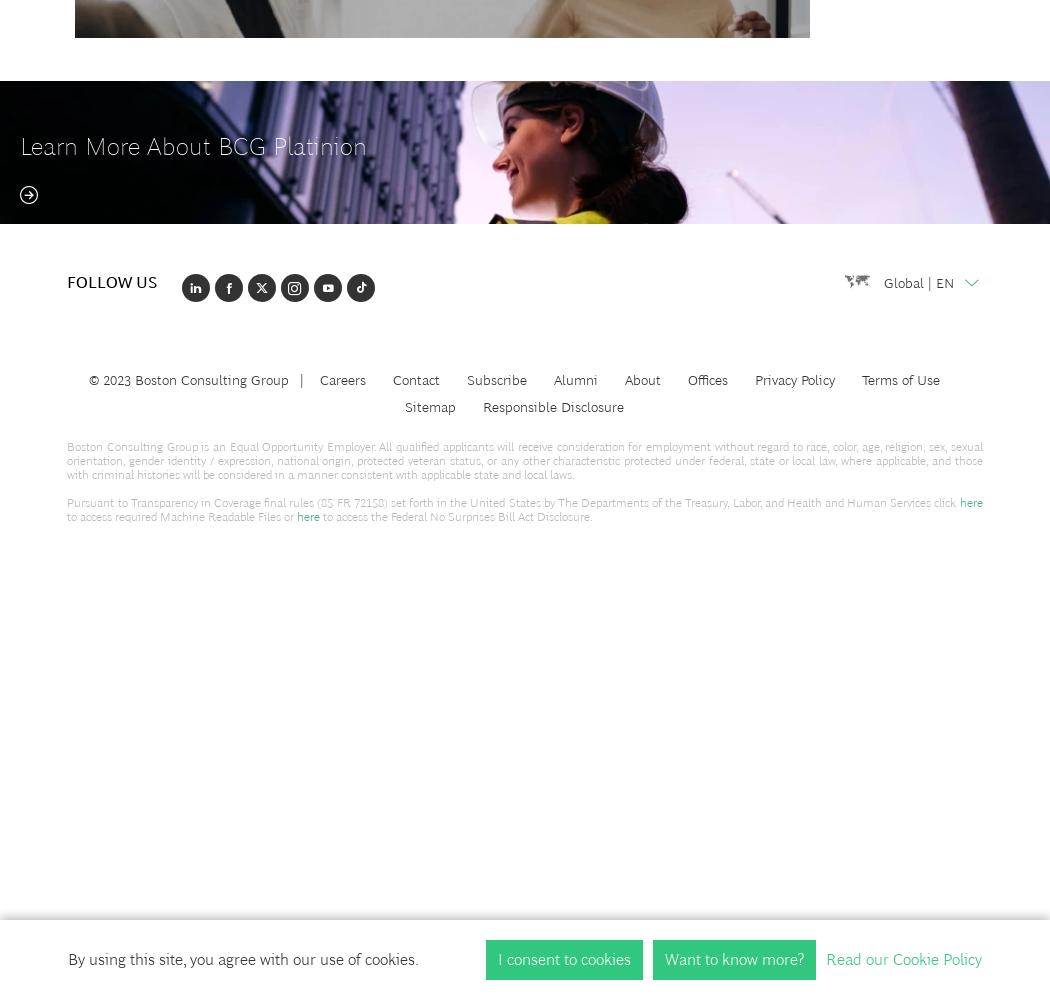 The height and width of the screenshot is (1000, 1050). I want to click on 'Sitemap', so click(428, 406).